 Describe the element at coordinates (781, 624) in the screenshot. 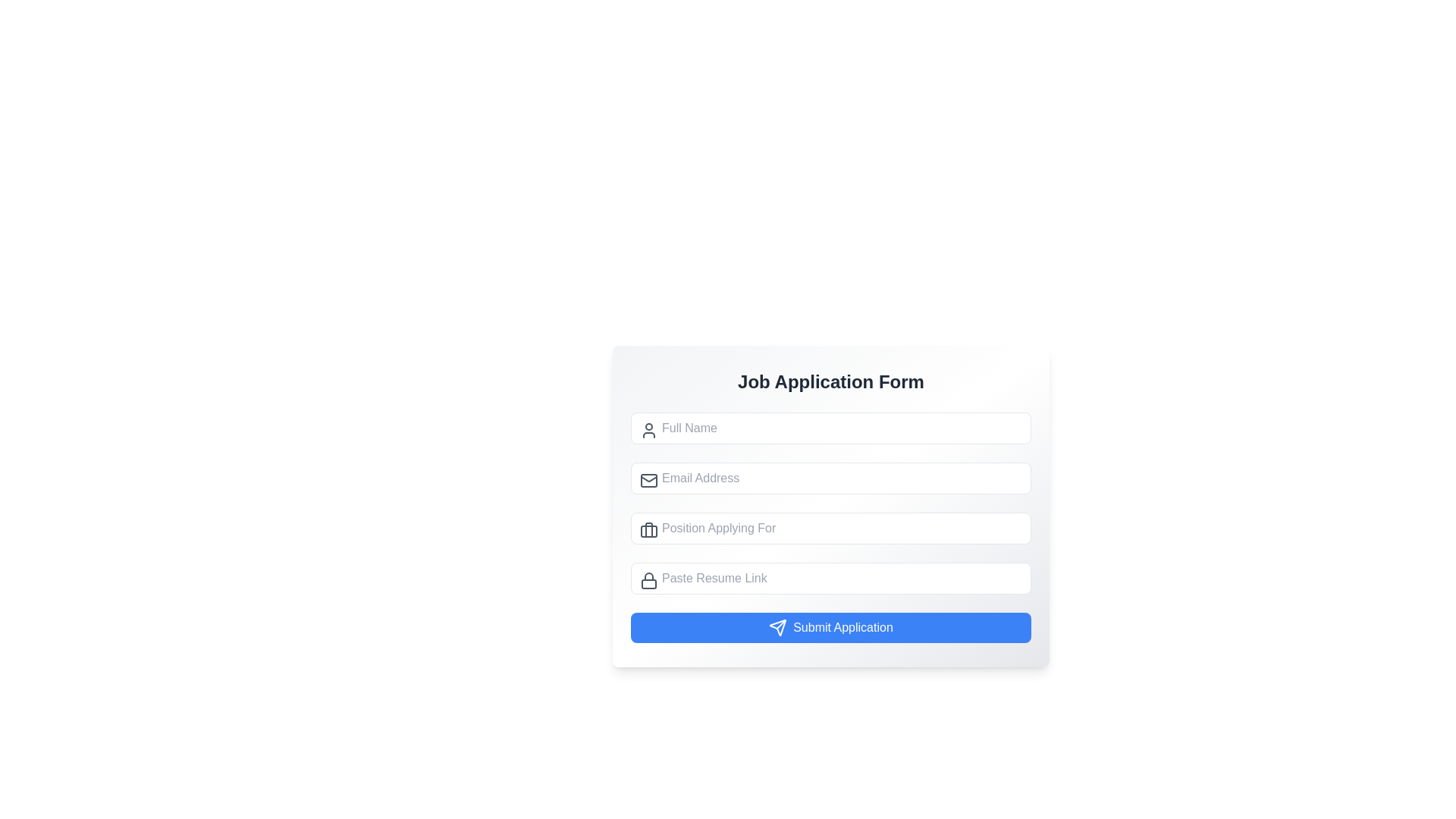

I see `the small, red, arrow-like symbol pointing towards the upper-right direction located inside the 'Submit Application' blue button at the bottom of the form` at that location.